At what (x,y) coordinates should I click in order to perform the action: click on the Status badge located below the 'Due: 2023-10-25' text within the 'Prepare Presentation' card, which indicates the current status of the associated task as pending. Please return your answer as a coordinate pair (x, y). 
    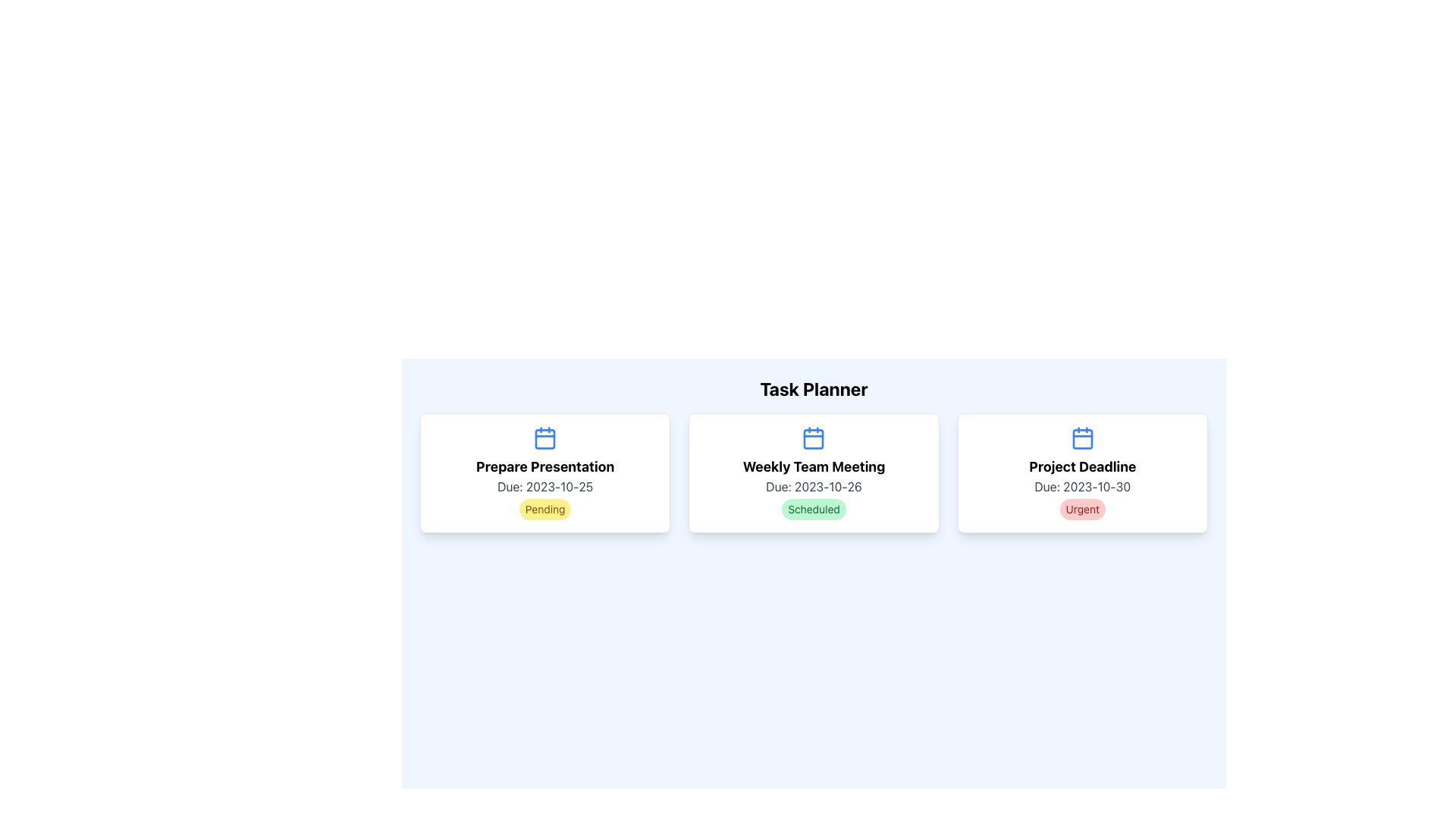
    Looking at the image, I should click on (545, 509).